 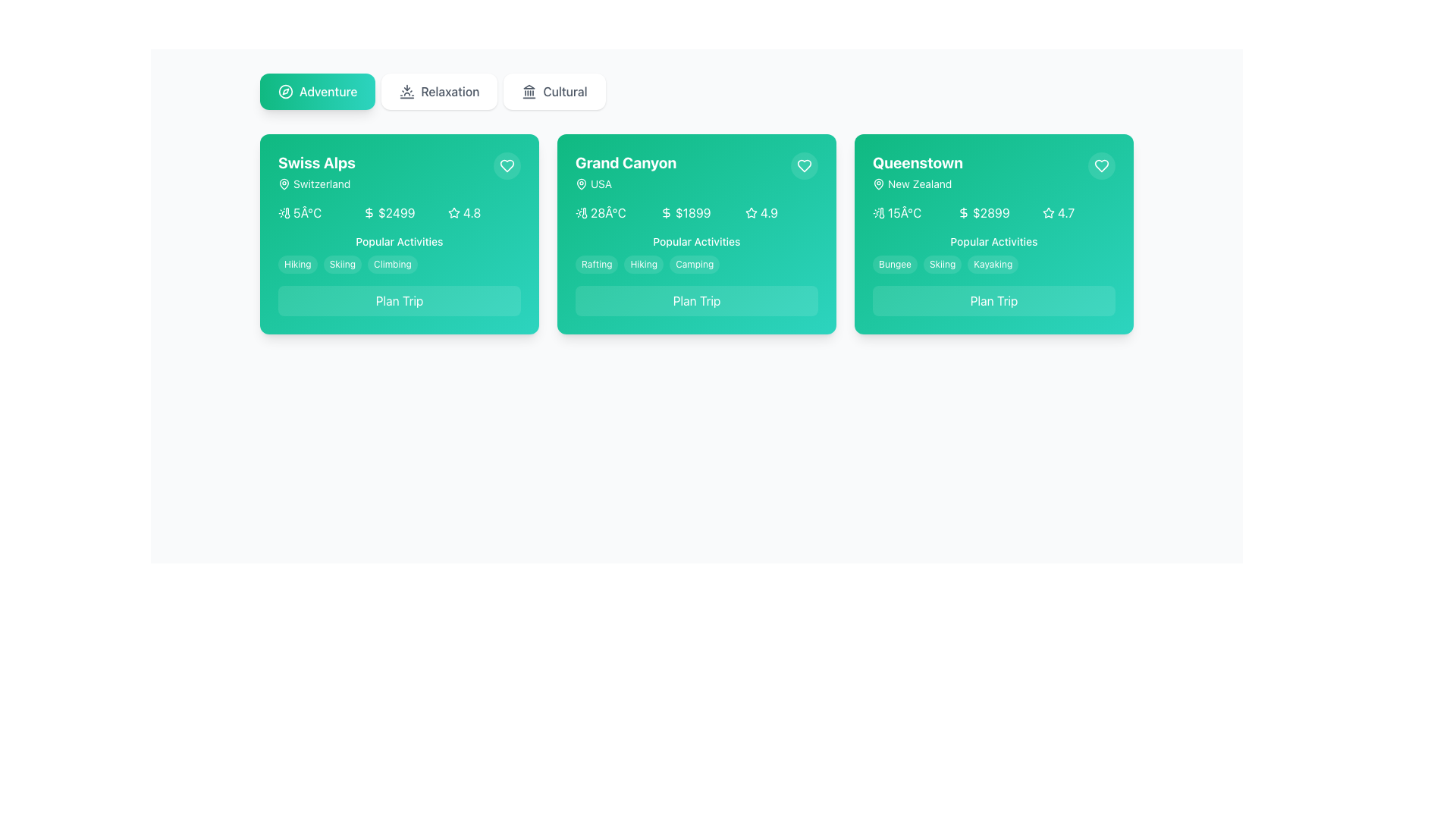 I want to click on the informational block displaying temperature, price, and rating details for the 'Grand Canyon' destination, so click(x=695, y=213).